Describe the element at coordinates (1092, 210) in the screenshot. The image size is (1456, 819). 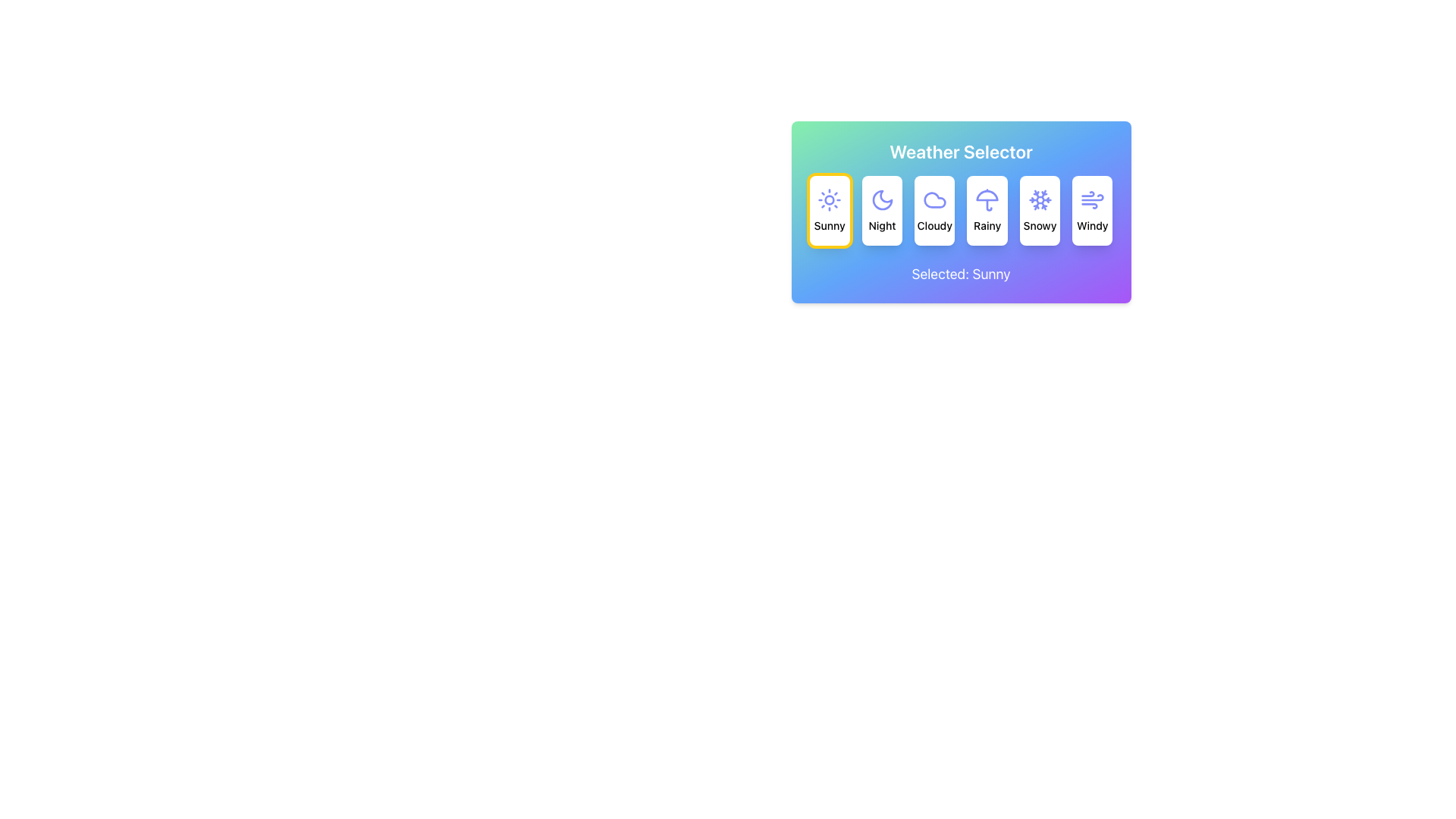
I see `the 'Windy' button in the Weather Selector` at that location.